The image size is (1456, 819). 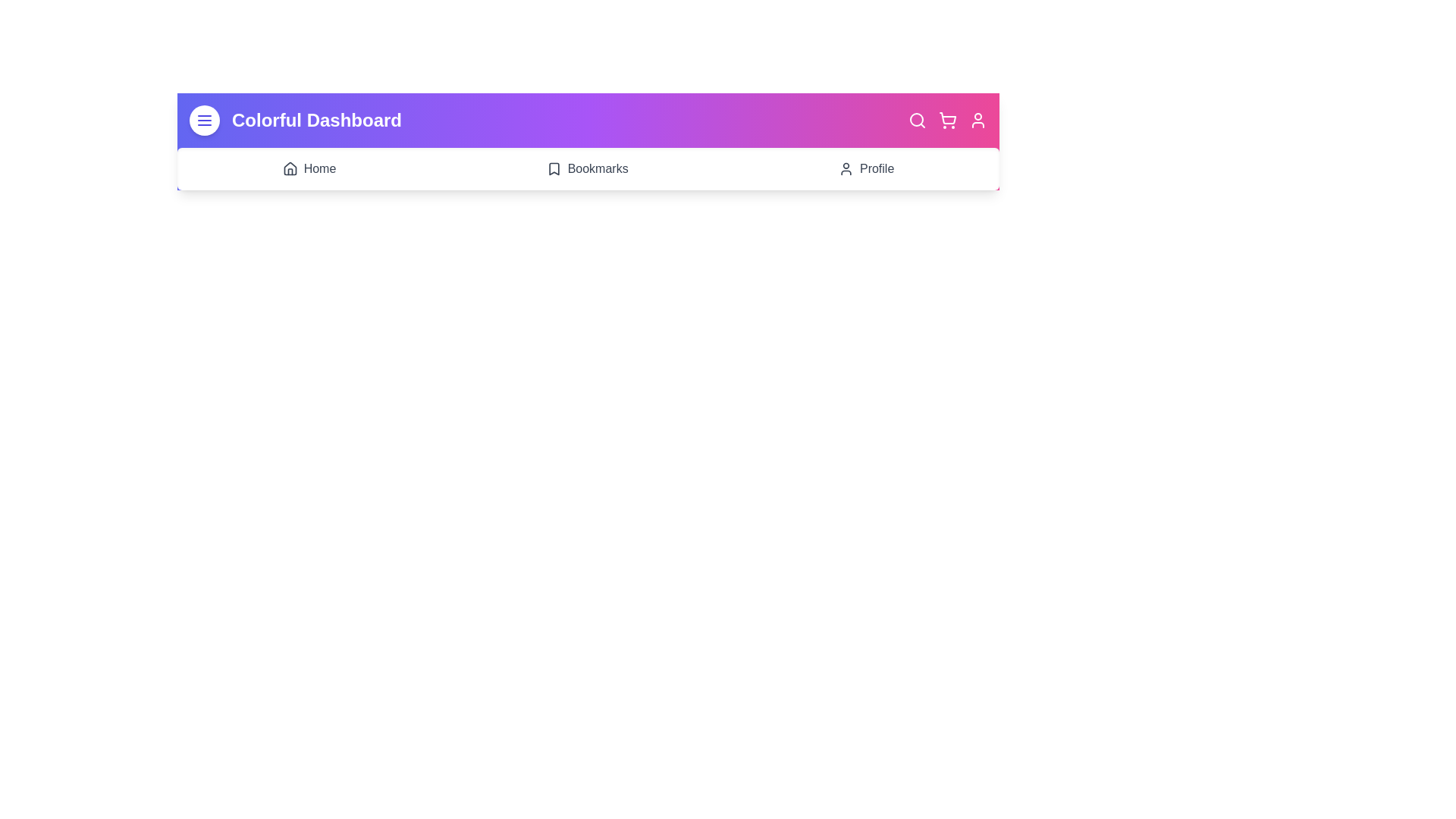 What do you see at coordinates (203, 119) in the screenshot?
I see `the menu button to toggle the menu visibility` at bounding box center [203, 119].